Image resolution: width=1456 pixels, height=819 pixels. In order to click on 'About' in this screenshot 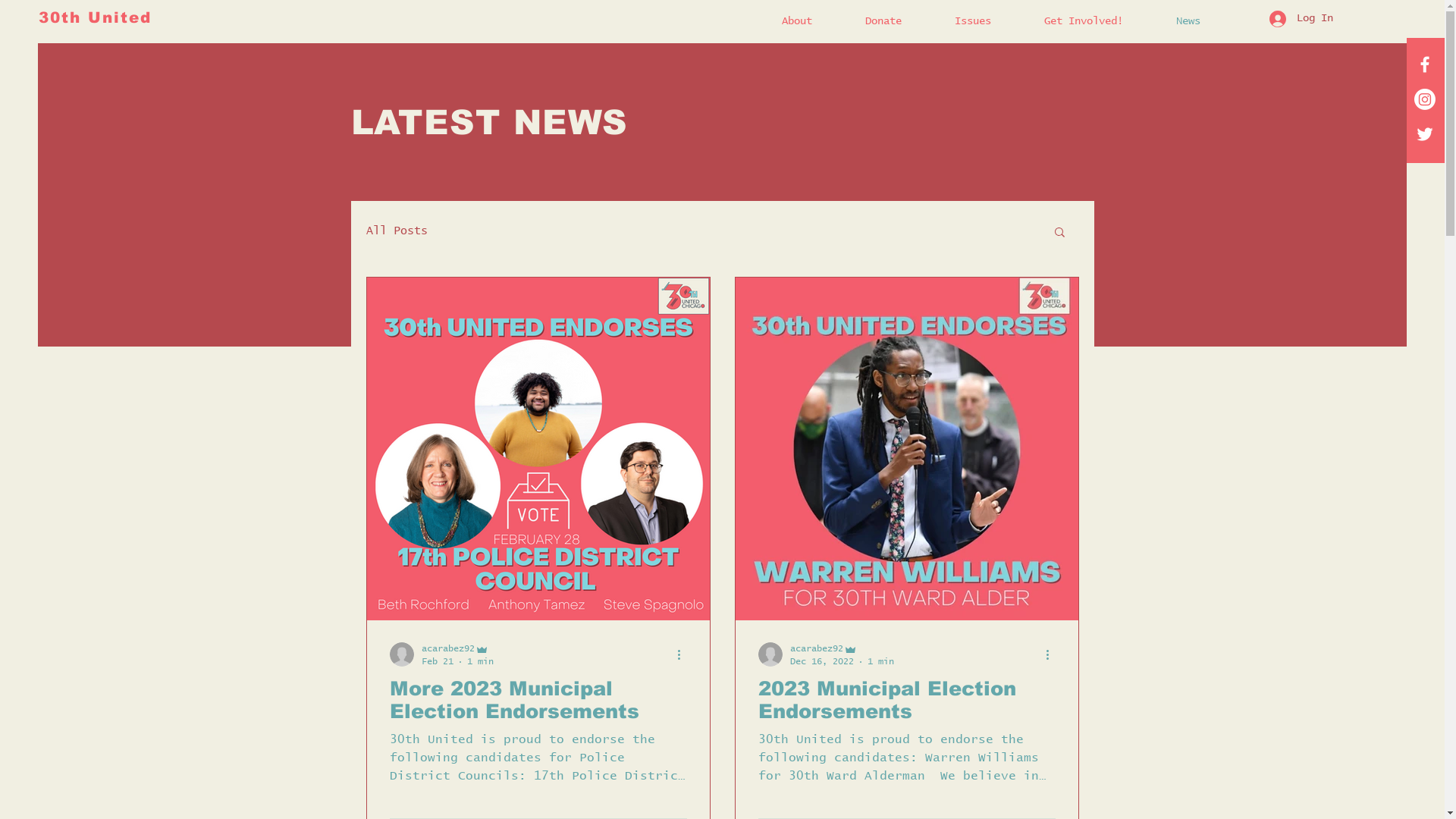, I will do `click(811, 20)`.